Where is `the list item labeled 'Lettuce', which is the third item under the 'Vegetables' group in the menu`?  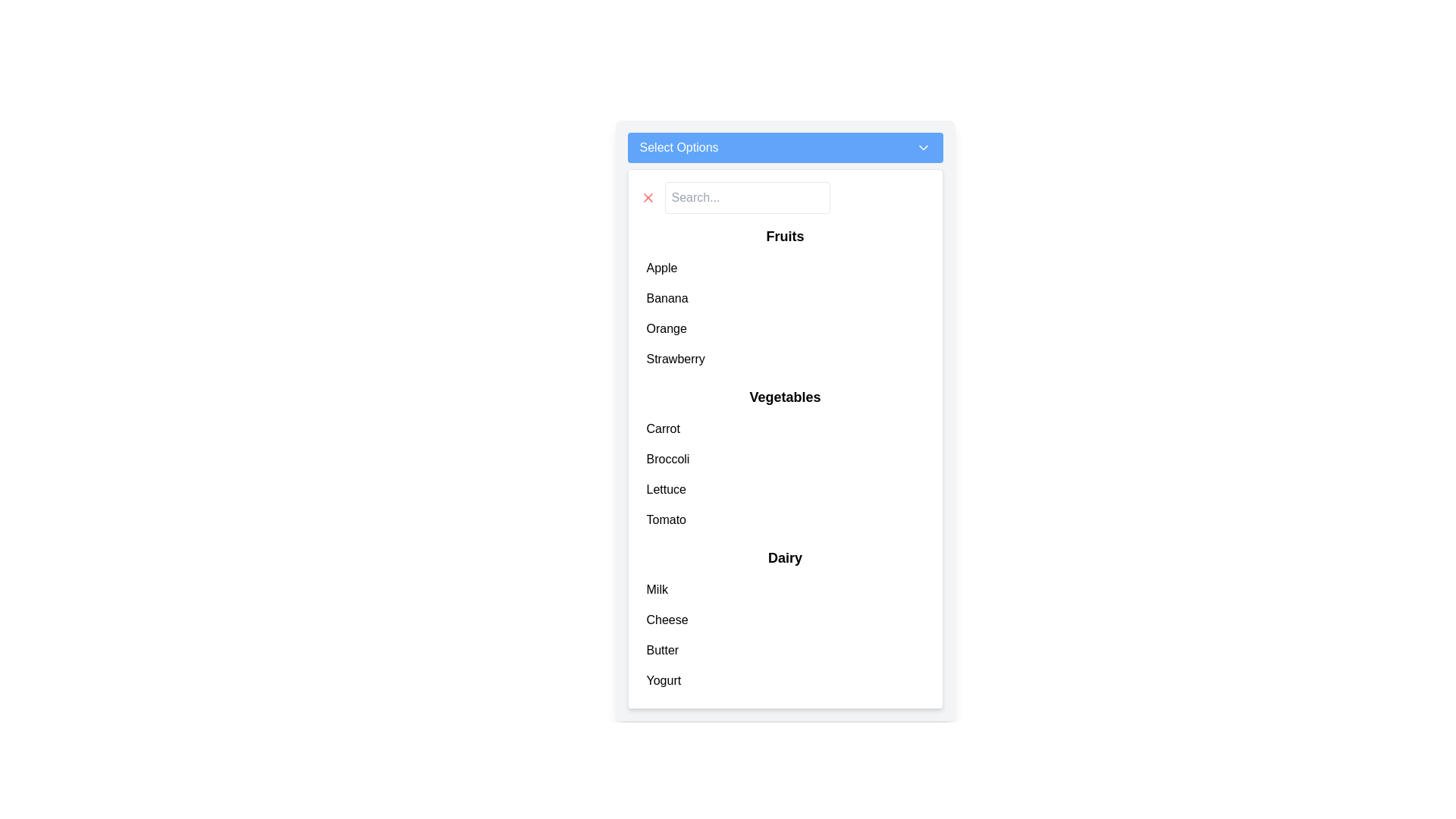 the list item labeled 'Lettuce', which is the third item under the 'Vegetables' group in the menu is located at coordinates (785, 489).